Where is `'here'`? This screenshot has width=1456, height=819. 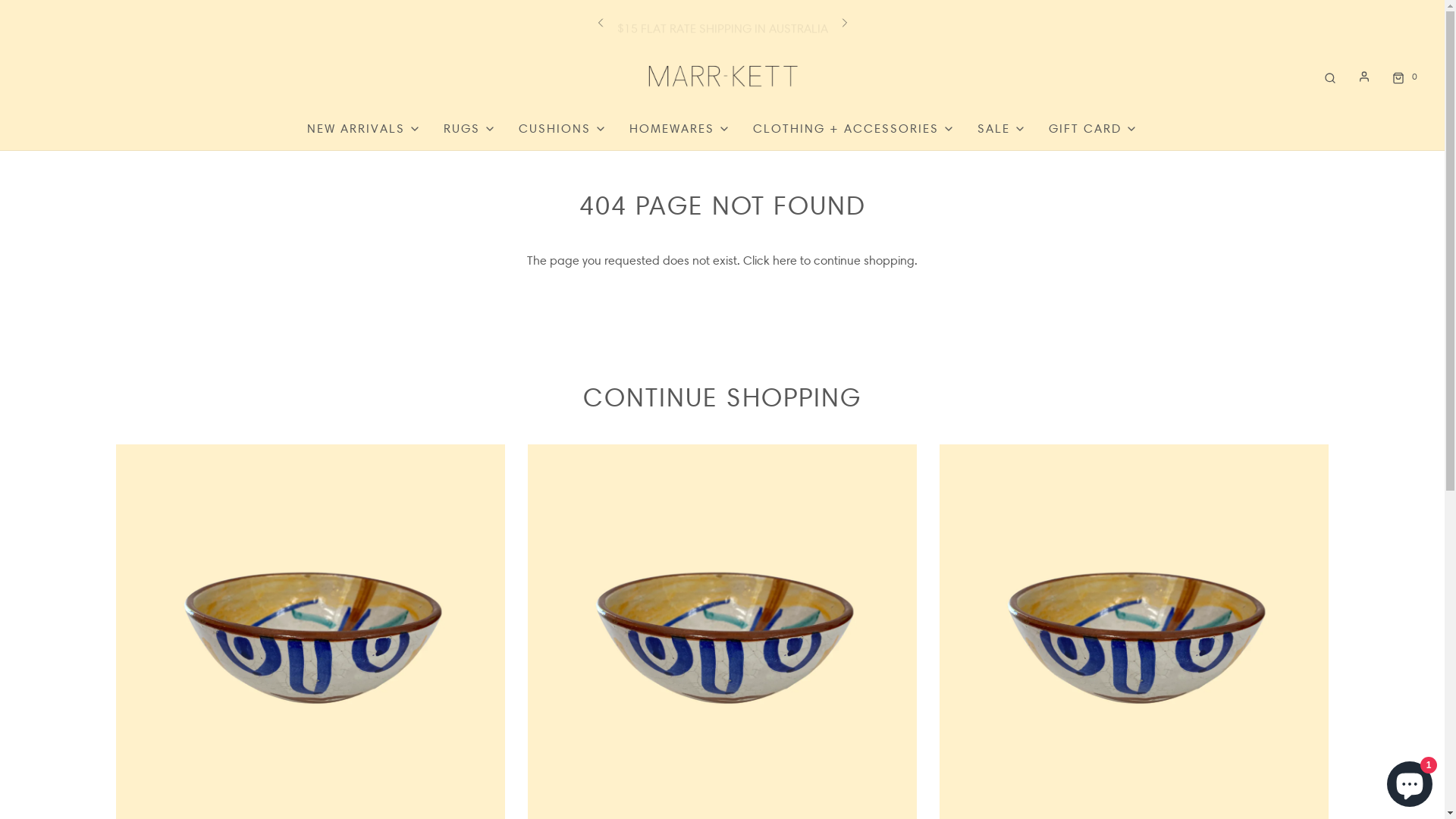 'here' is located at coordinates (785, 259).